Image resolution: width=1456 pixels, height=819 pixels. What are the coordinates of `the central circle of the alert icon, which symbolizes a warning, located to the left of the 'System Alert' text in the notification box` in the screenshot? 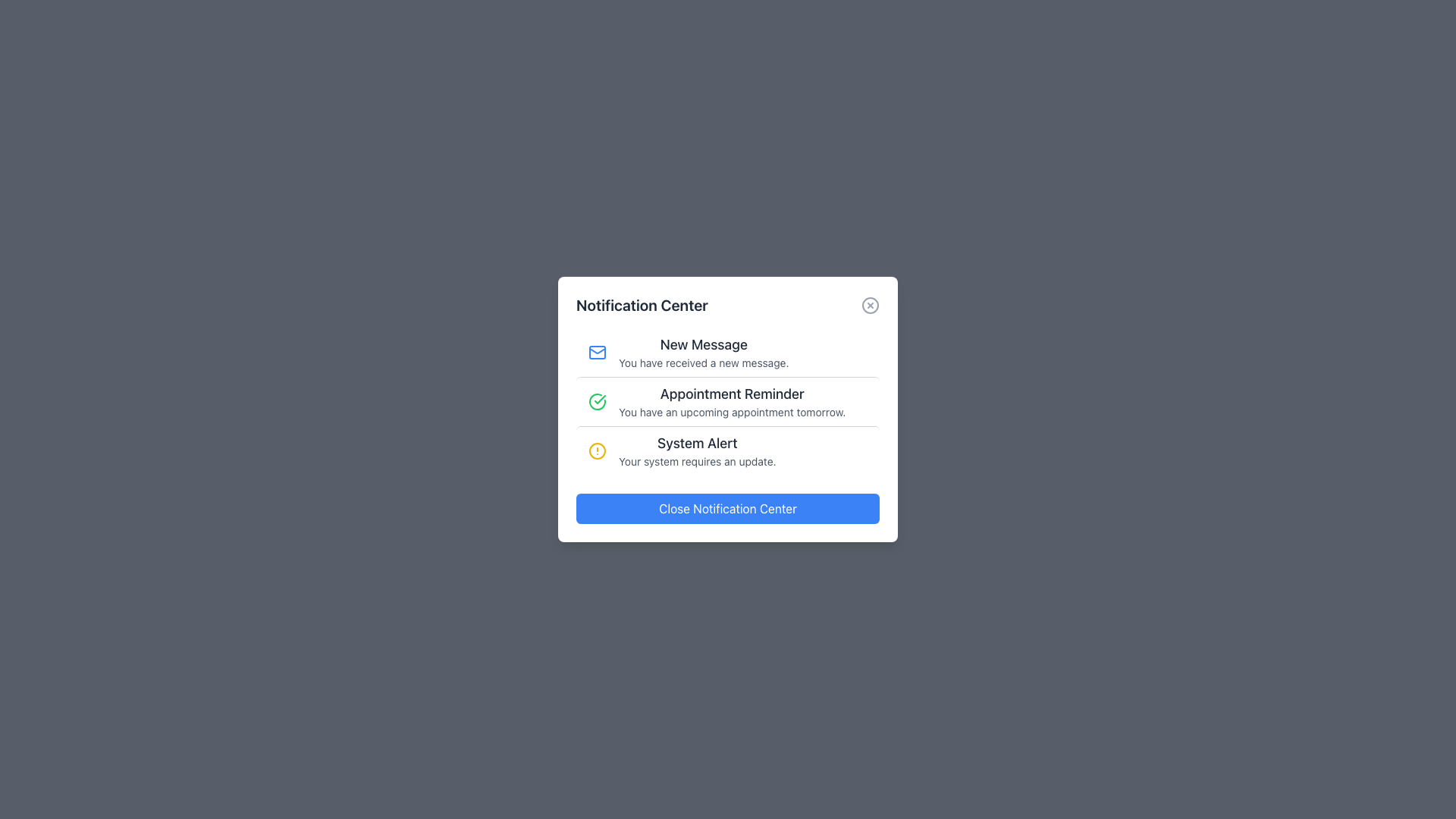 It's located at (596, 450).